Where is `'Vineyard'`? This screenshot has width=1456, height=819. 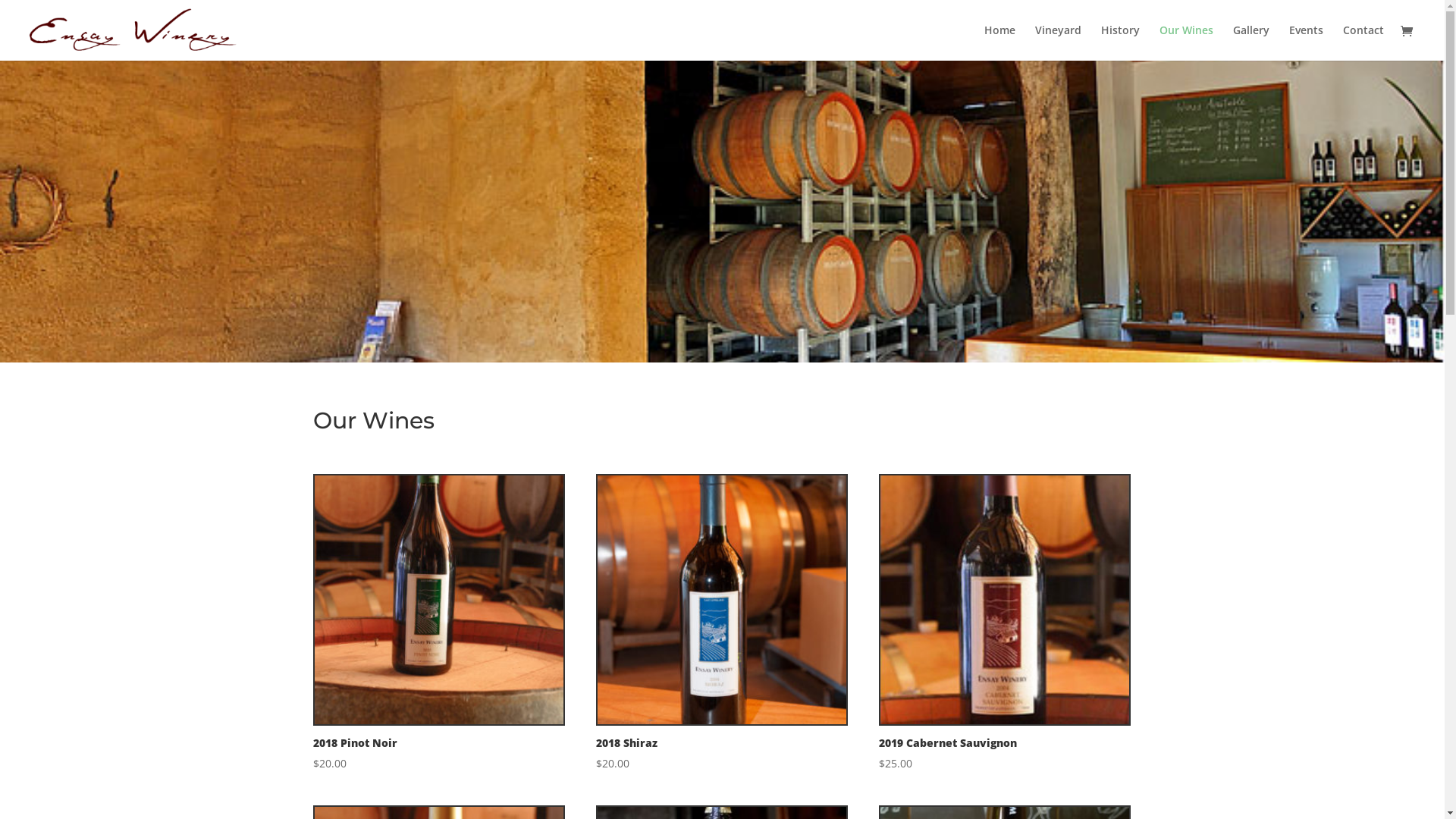 'Vineyard' is located at coordinates (1057, 42).